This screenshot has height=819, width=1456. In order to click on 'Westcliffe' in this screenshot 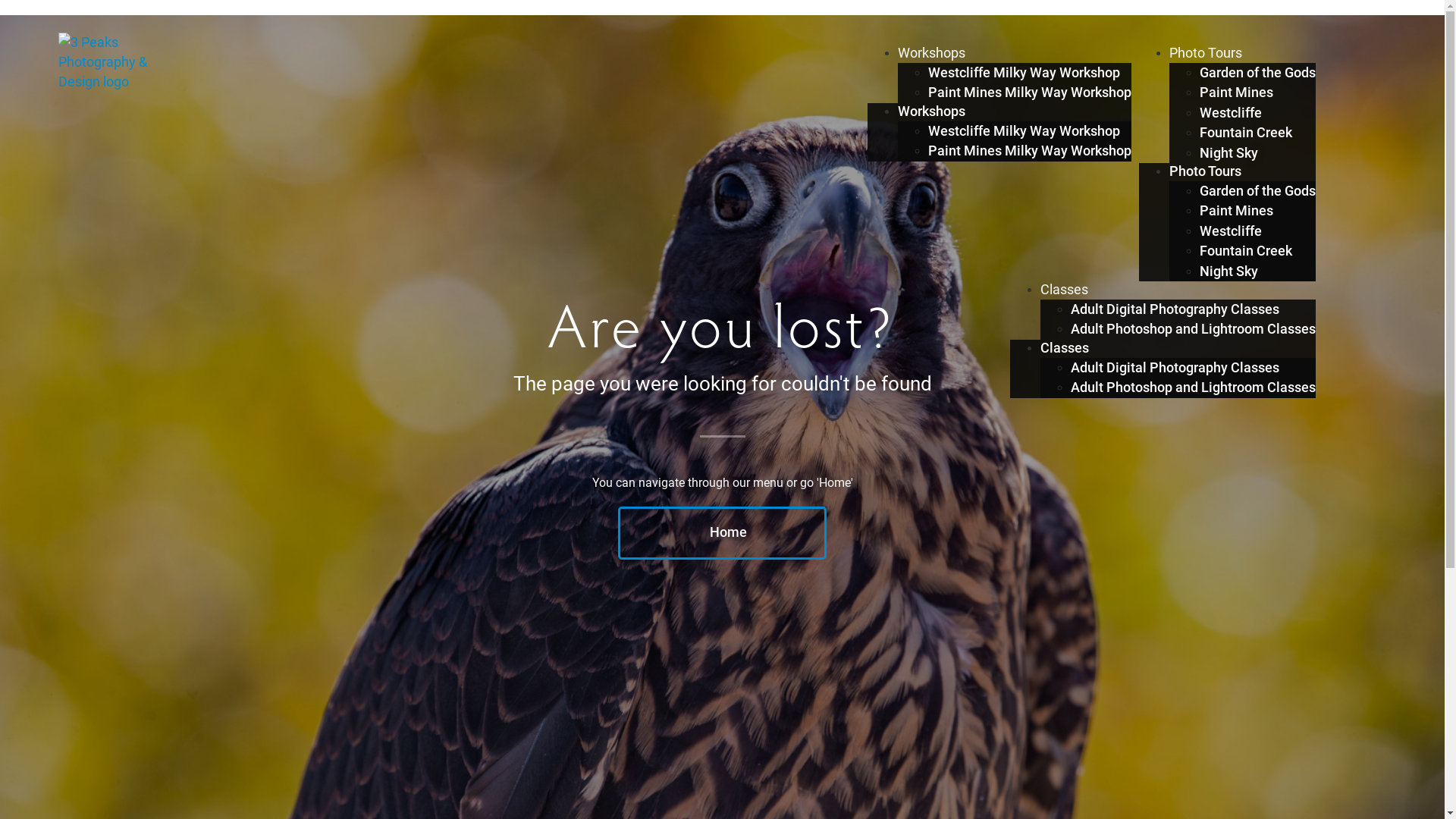, I will do `click(1230, 112)`.